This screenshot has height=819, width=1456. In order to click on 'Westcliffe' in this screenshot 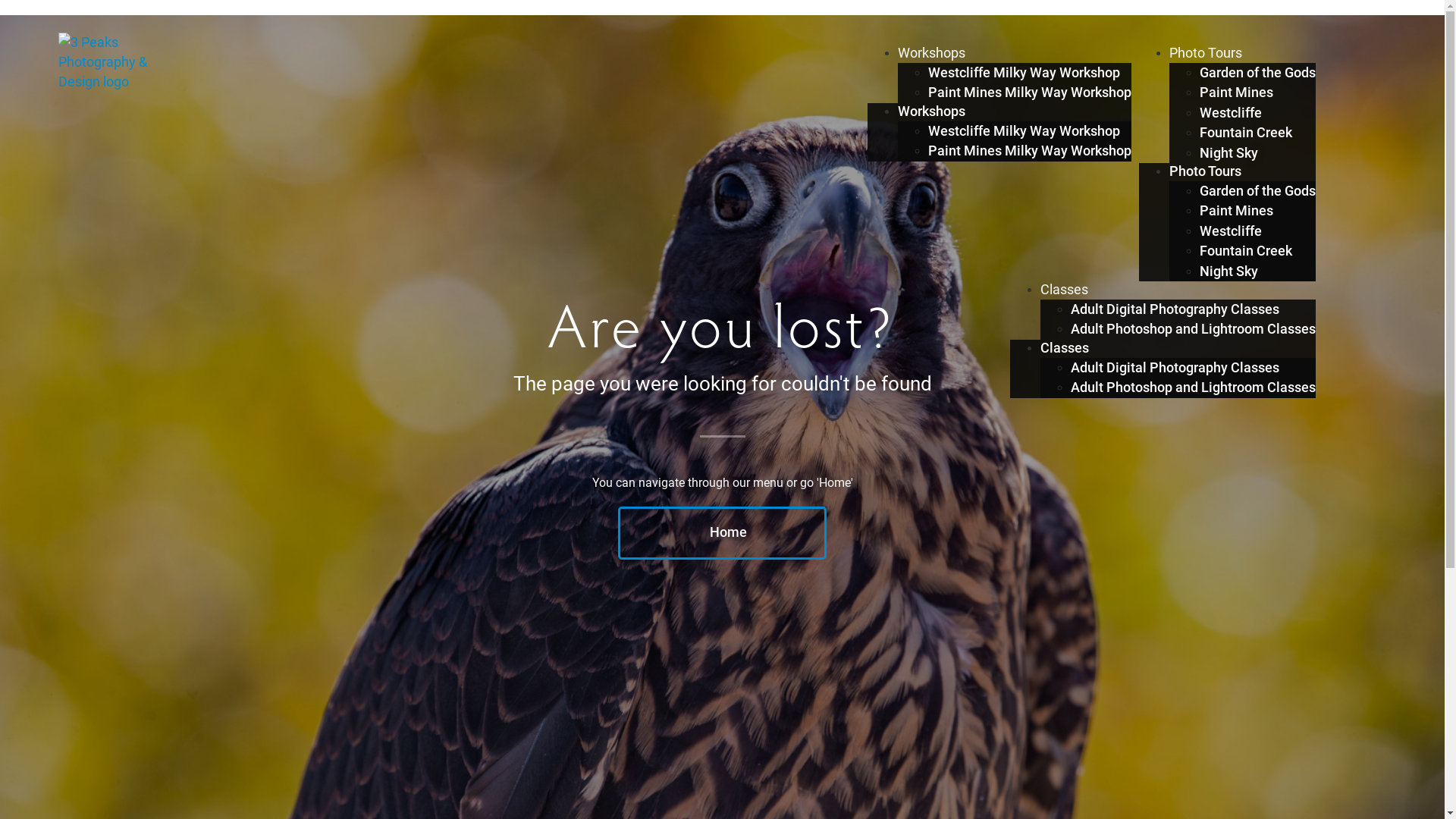, I will do `click(1230, 112)`.